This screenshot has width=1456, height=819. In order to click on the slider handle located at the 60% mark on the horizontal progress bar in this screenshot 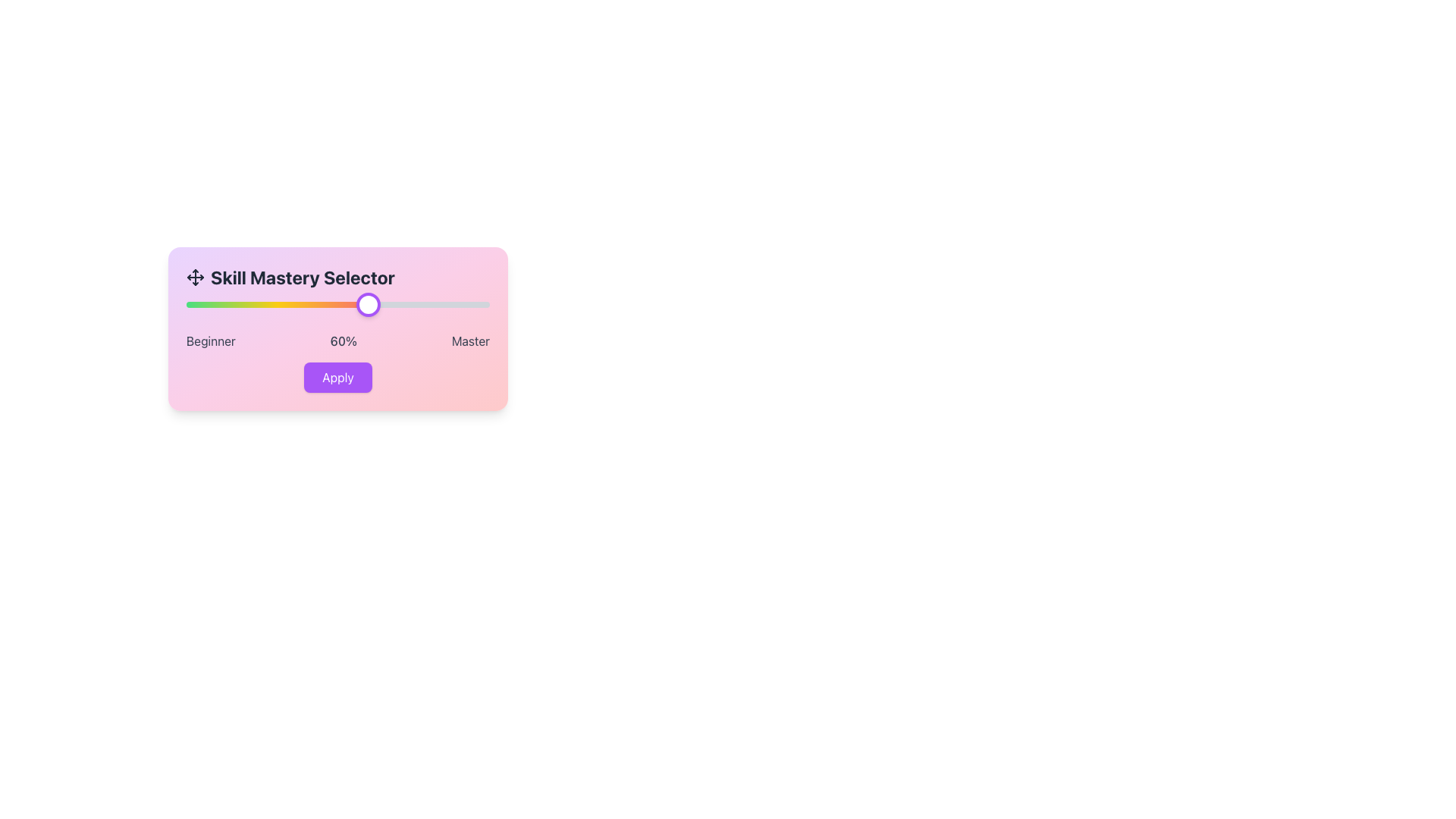, I will do `click(368, 304)`.